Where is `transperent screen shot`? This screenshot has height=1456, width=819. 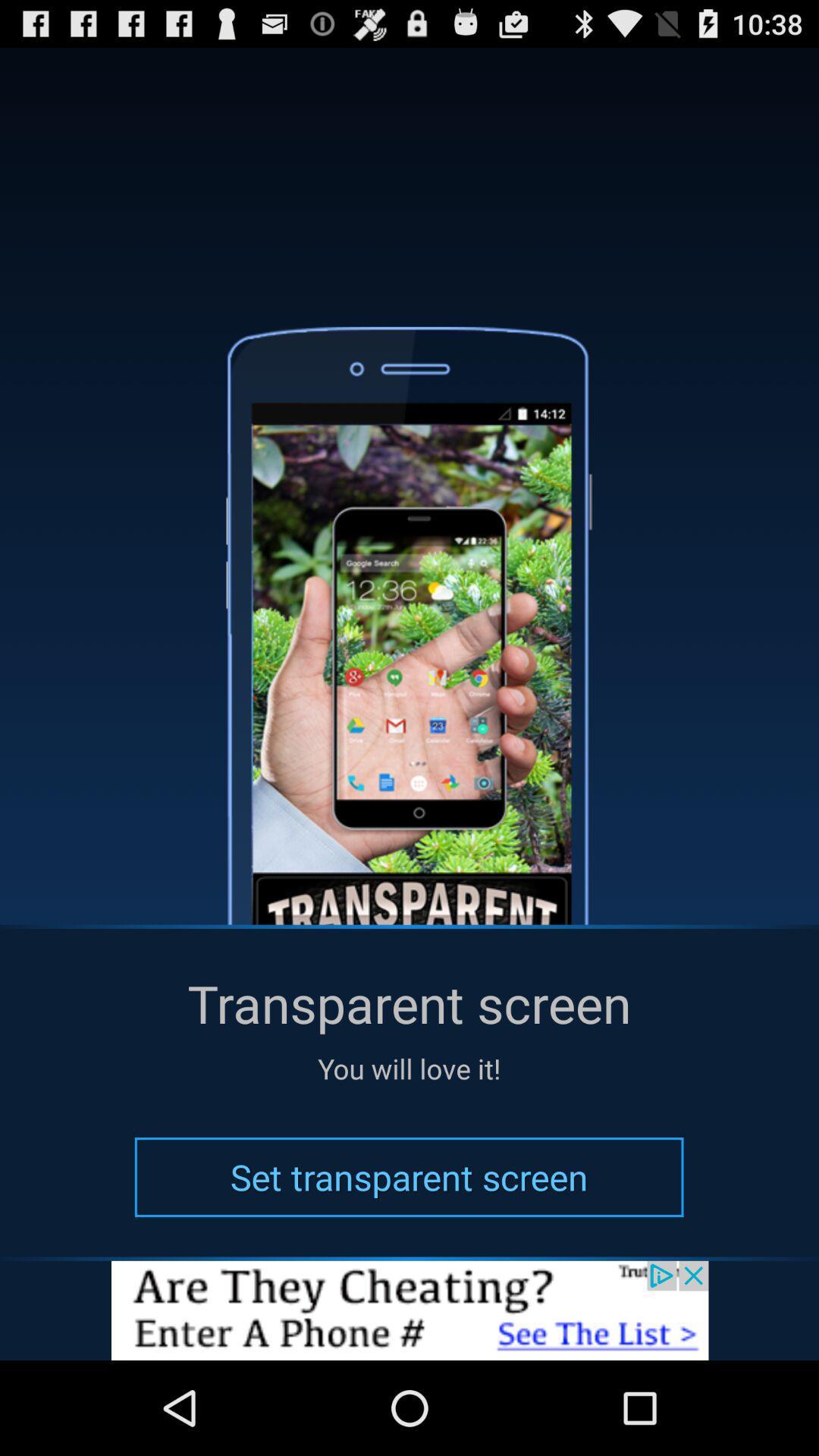 transperent screen shot is located at coordinates (409, 1310).